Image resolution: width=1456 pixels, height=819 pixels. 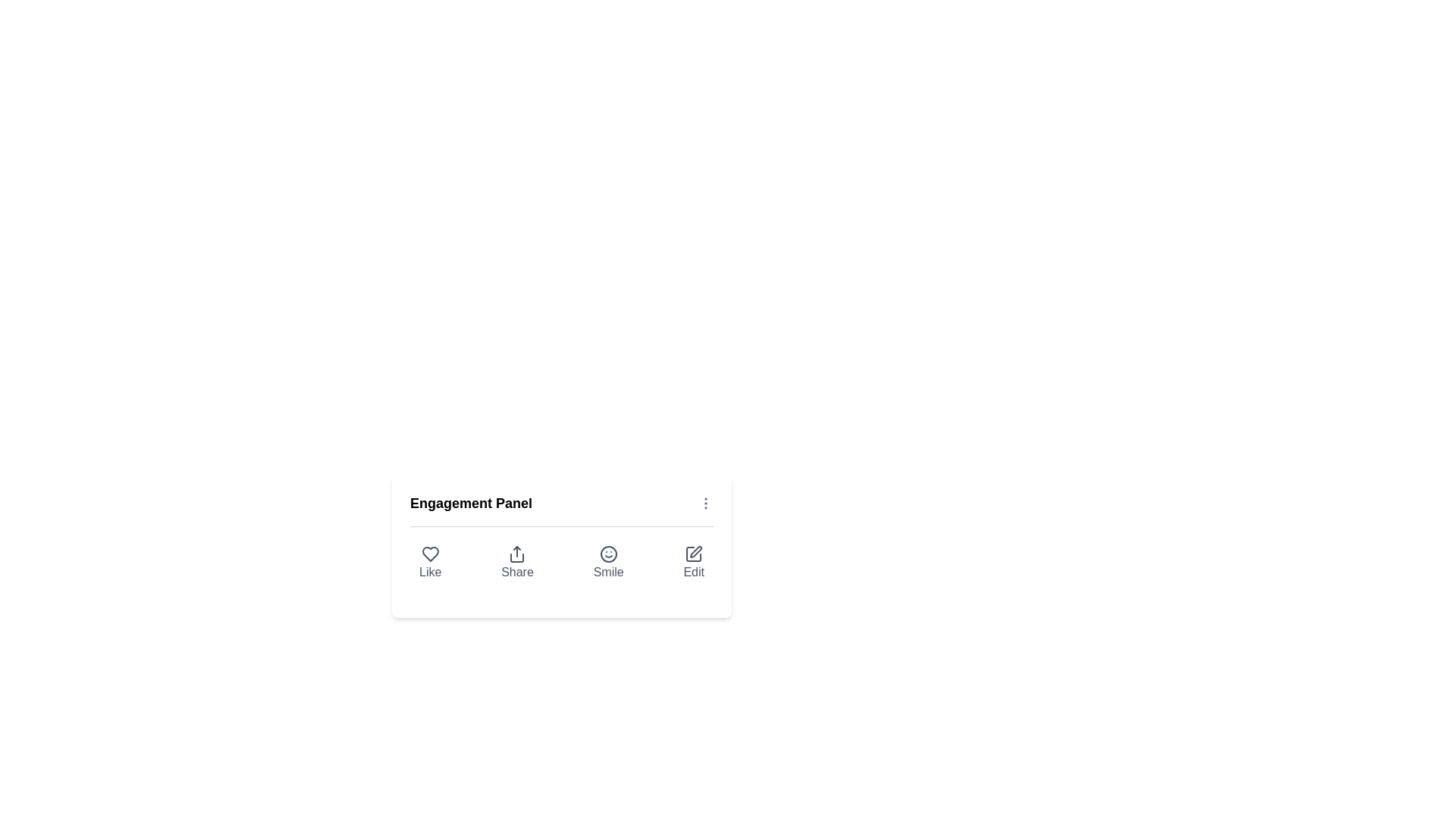 What do you see at coordinates (695, 552) in the screenshot?
I see `the Edit icon, which is represented by a pen on a square, located in the bottom-right toolbar of the Engagement Panel card` at bounding box center [695, 552].